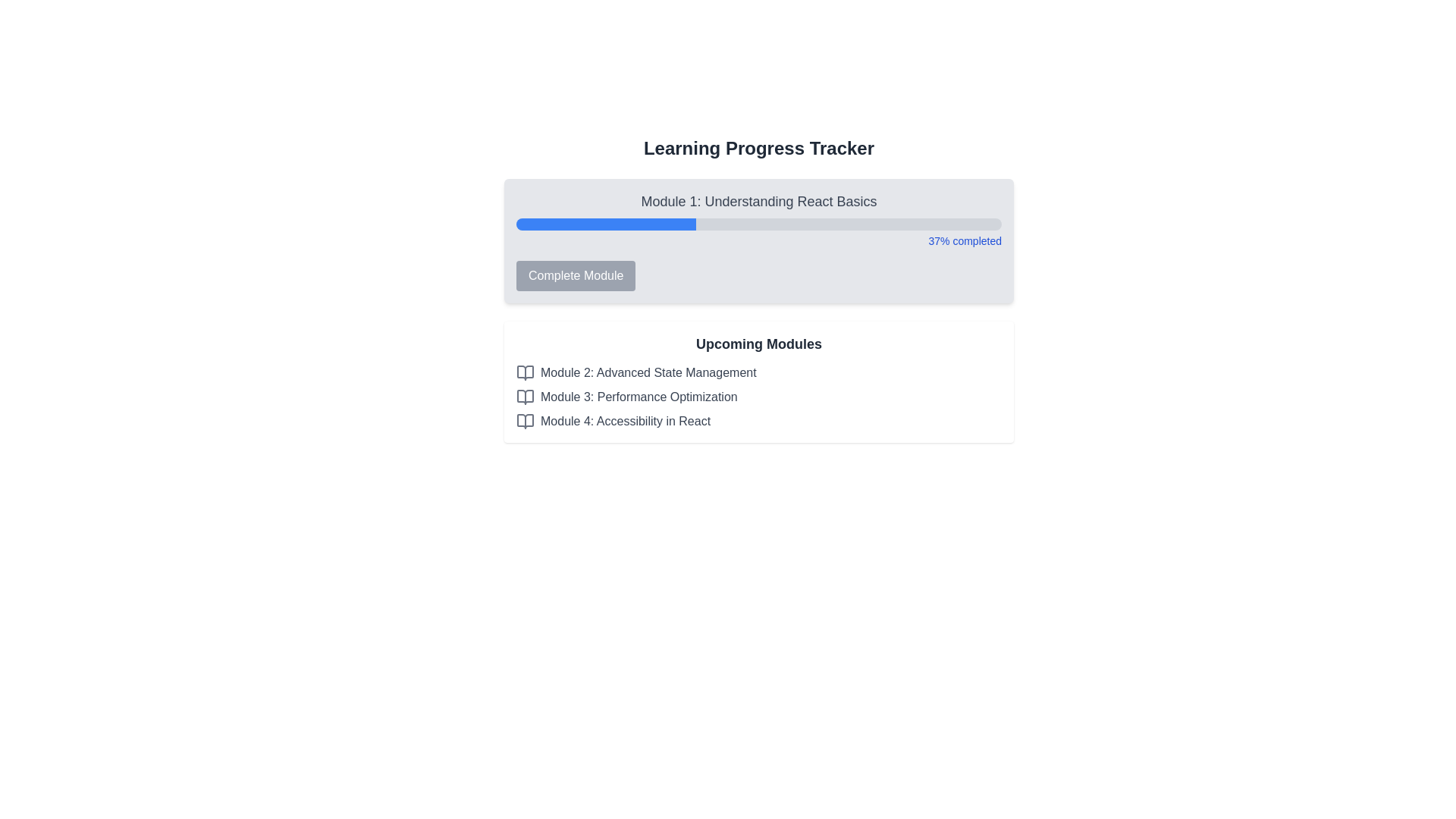 The image size is (1456, 819). I want to click on the icon resembling an open book with a gray outline, located next to the text 'Module 3: Performance Optimization' in the 'Upcoming Modules' section, so click(525, 397).